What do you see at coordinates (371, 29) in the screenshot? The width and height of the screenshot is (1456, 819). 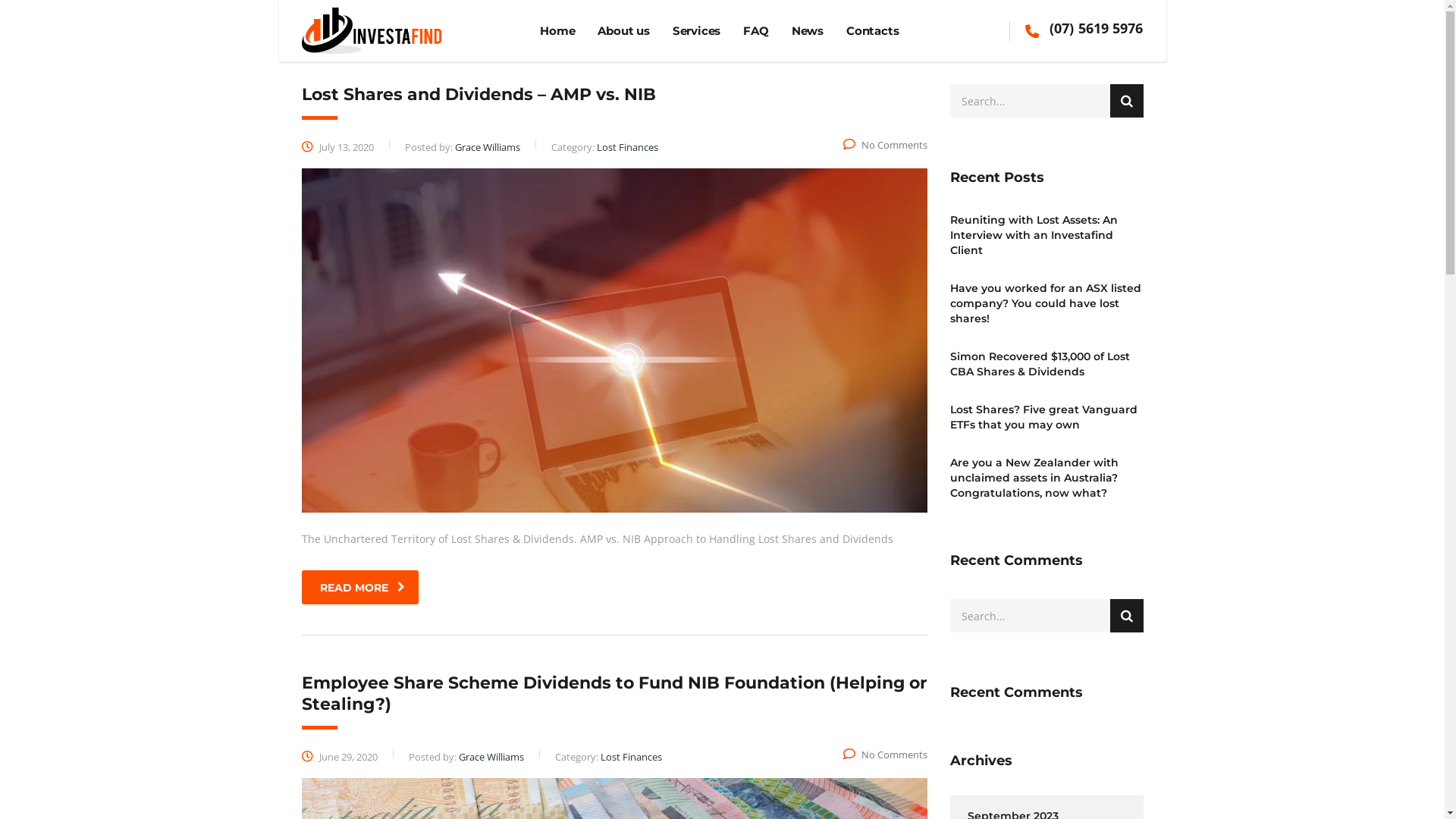 I see `'Investafind'` at bounding box center [371, 29].